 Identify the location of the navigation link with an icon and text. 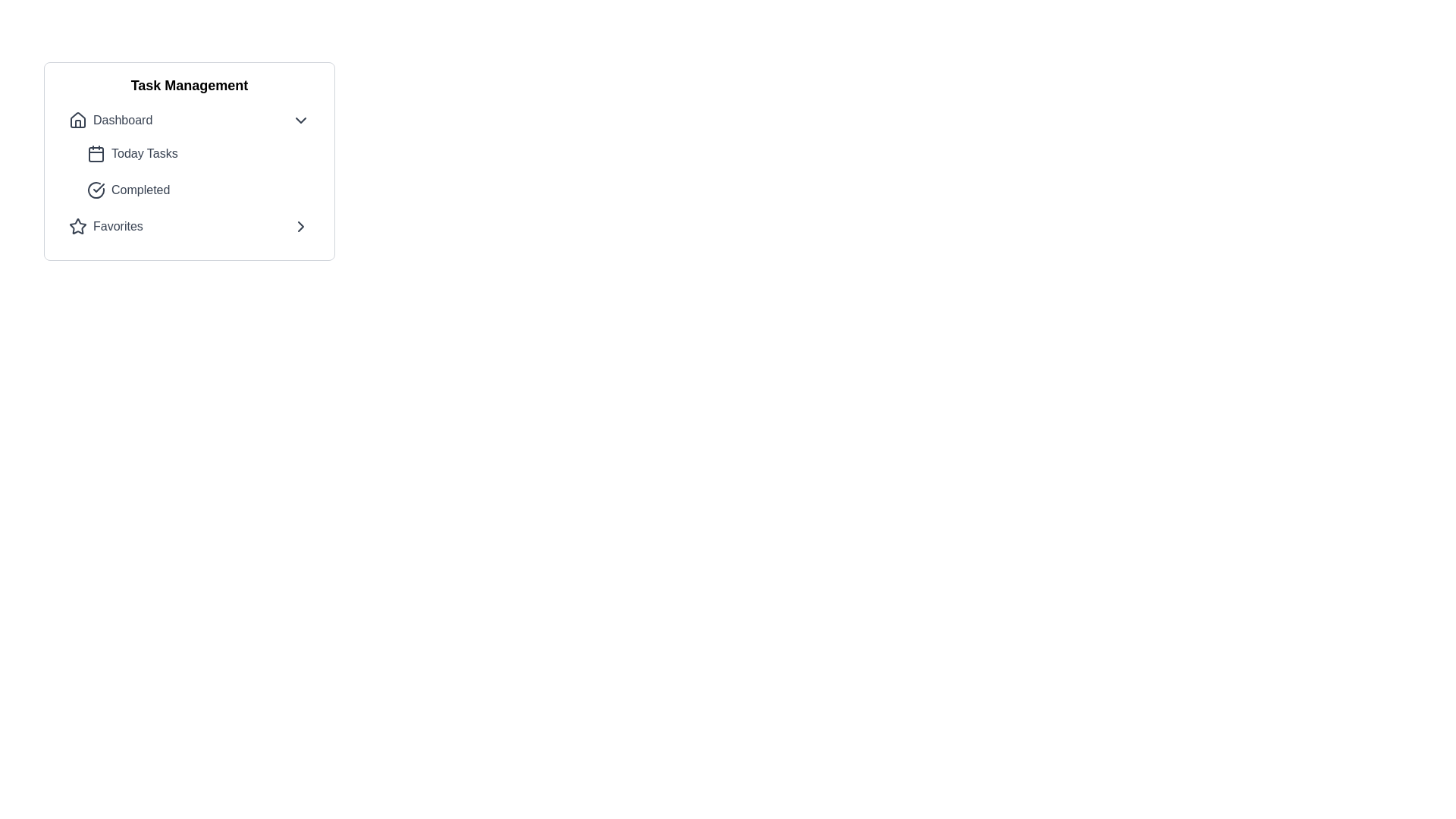
(109, 119).